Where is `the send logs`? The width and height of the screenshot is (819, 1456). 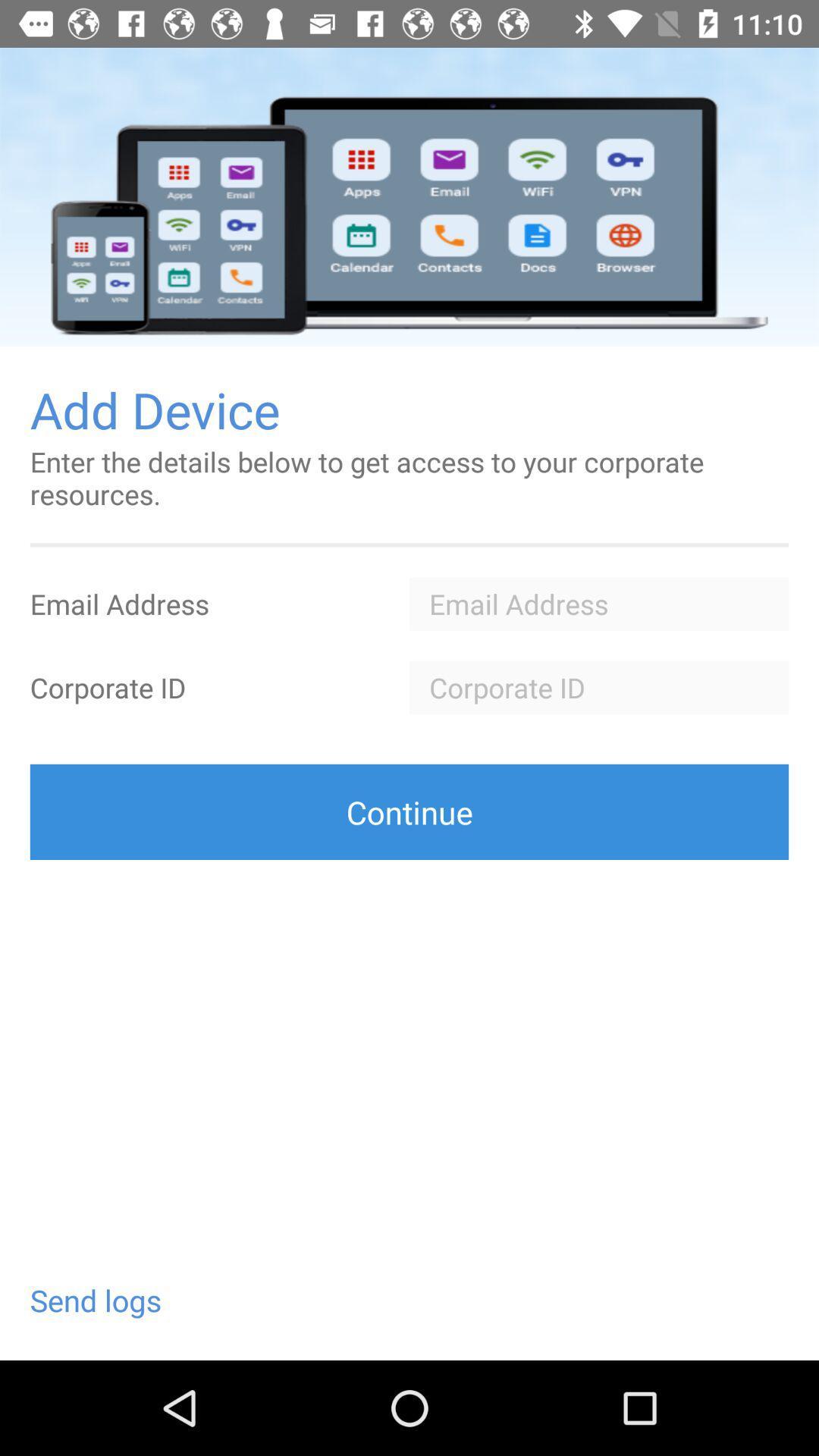
the send logs is located at coordinates (96, 1300).